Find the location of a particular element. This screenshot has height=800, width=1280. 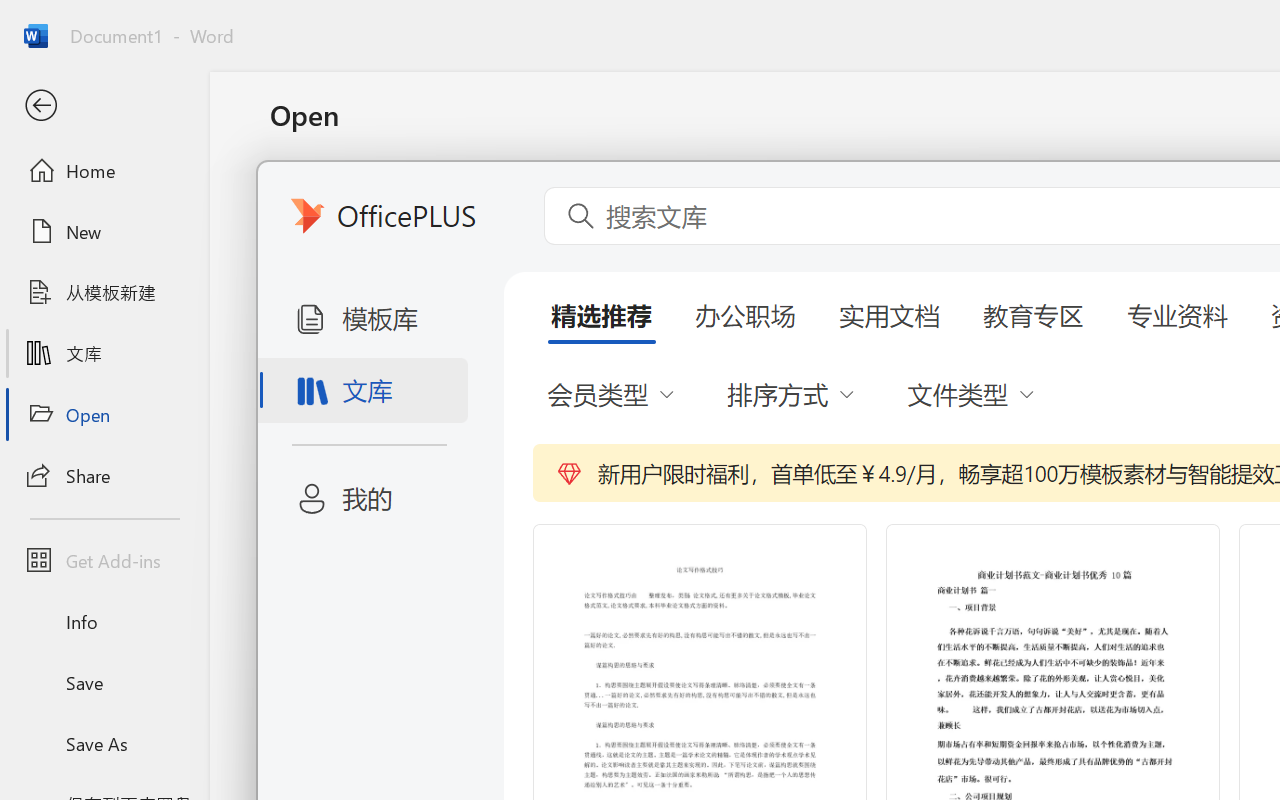

'Save As' is located at coordinates (103, 743).